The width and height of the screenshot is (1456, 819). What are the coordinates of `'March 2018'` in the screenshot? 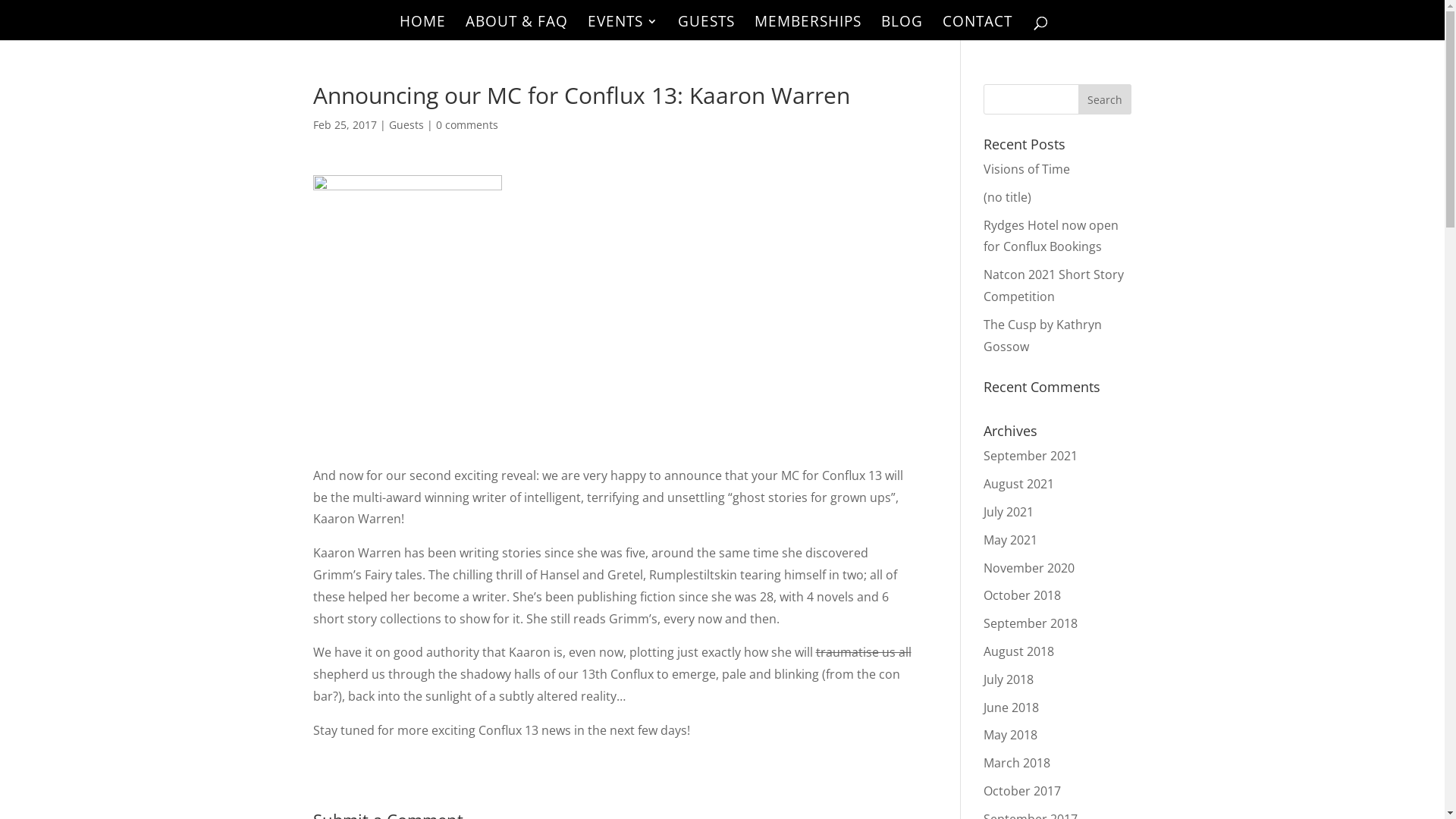 It's located at (1016, 763).